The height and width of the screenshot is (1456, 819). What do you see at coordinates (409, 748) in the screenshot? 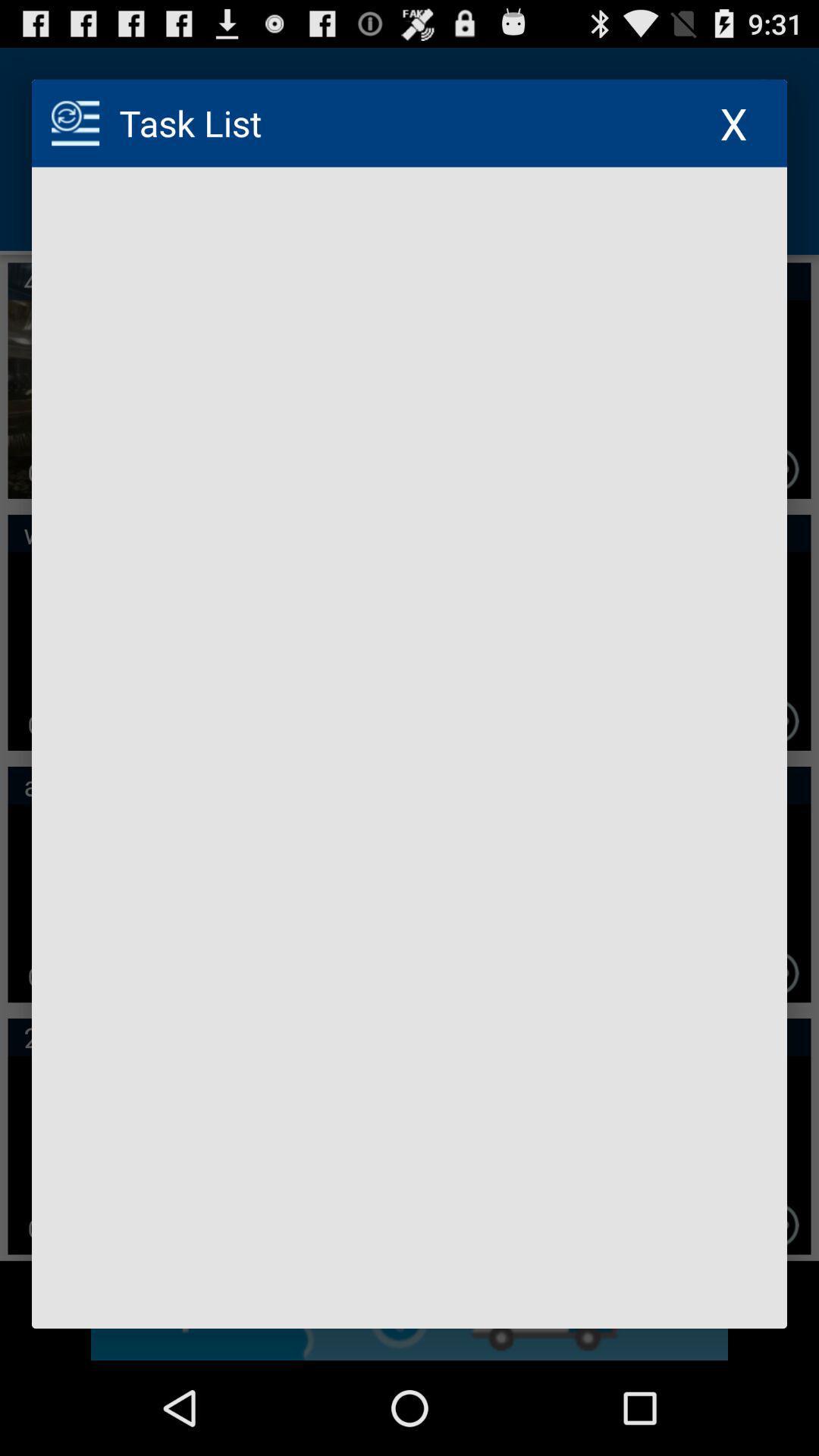
I see `the icon at the center` at bounding box center [409, 748].